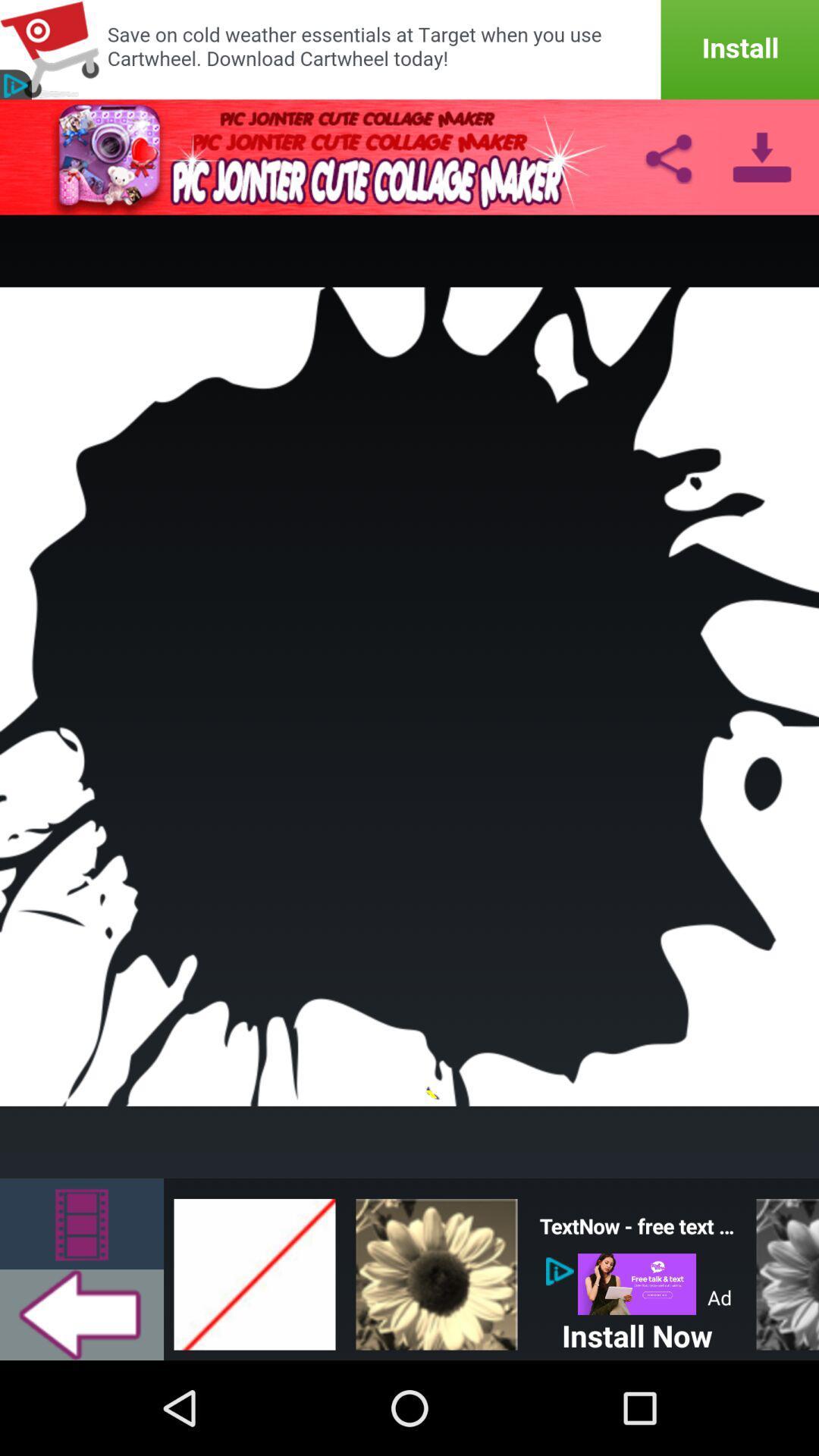 This screenshot has width=819, height=1456. Describe the element at coordinates (667, 156) in the screenshot. I see `share` at that location.